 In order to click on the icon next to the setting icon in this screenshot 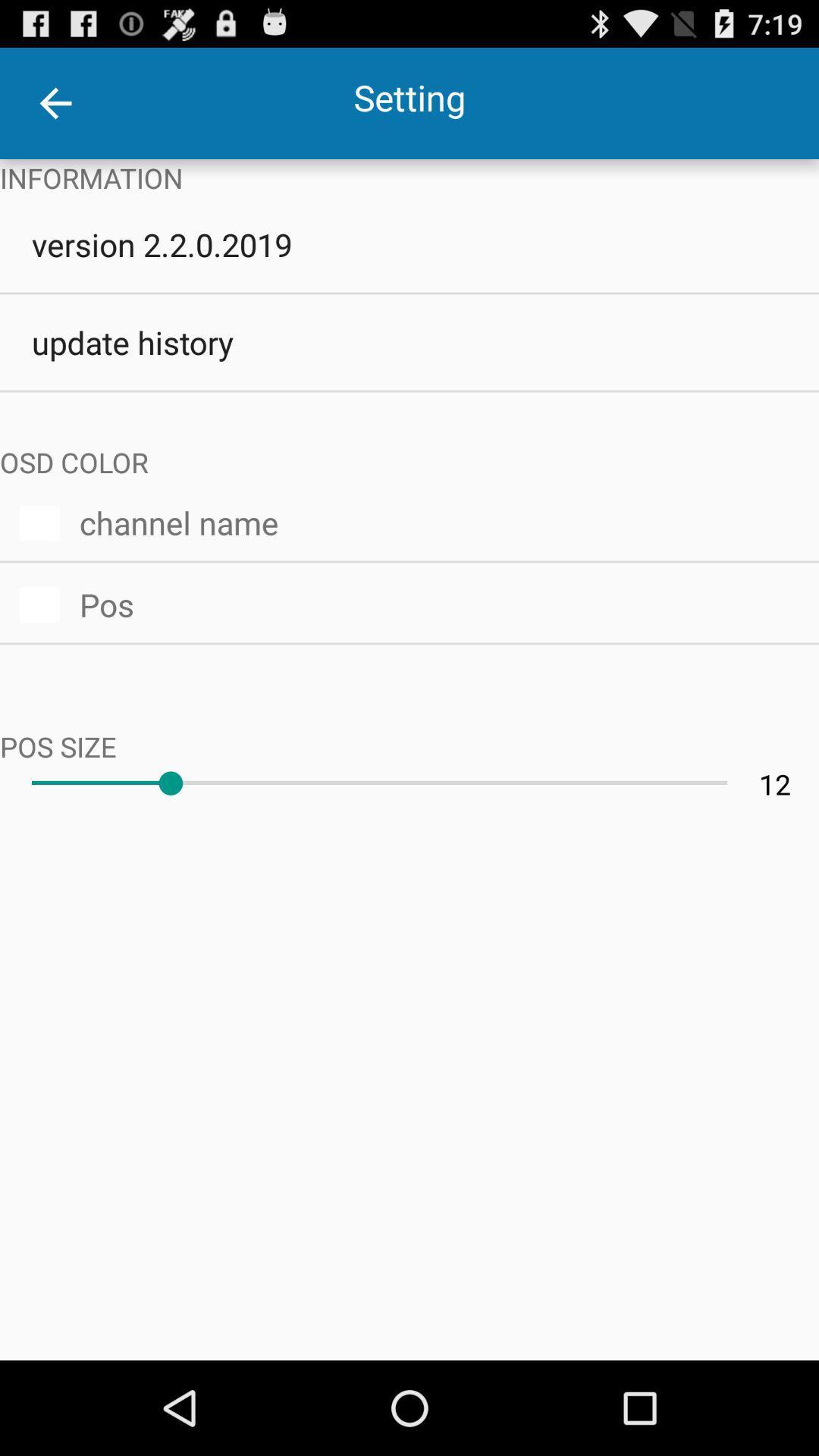, I will do `click(55, 102)`.